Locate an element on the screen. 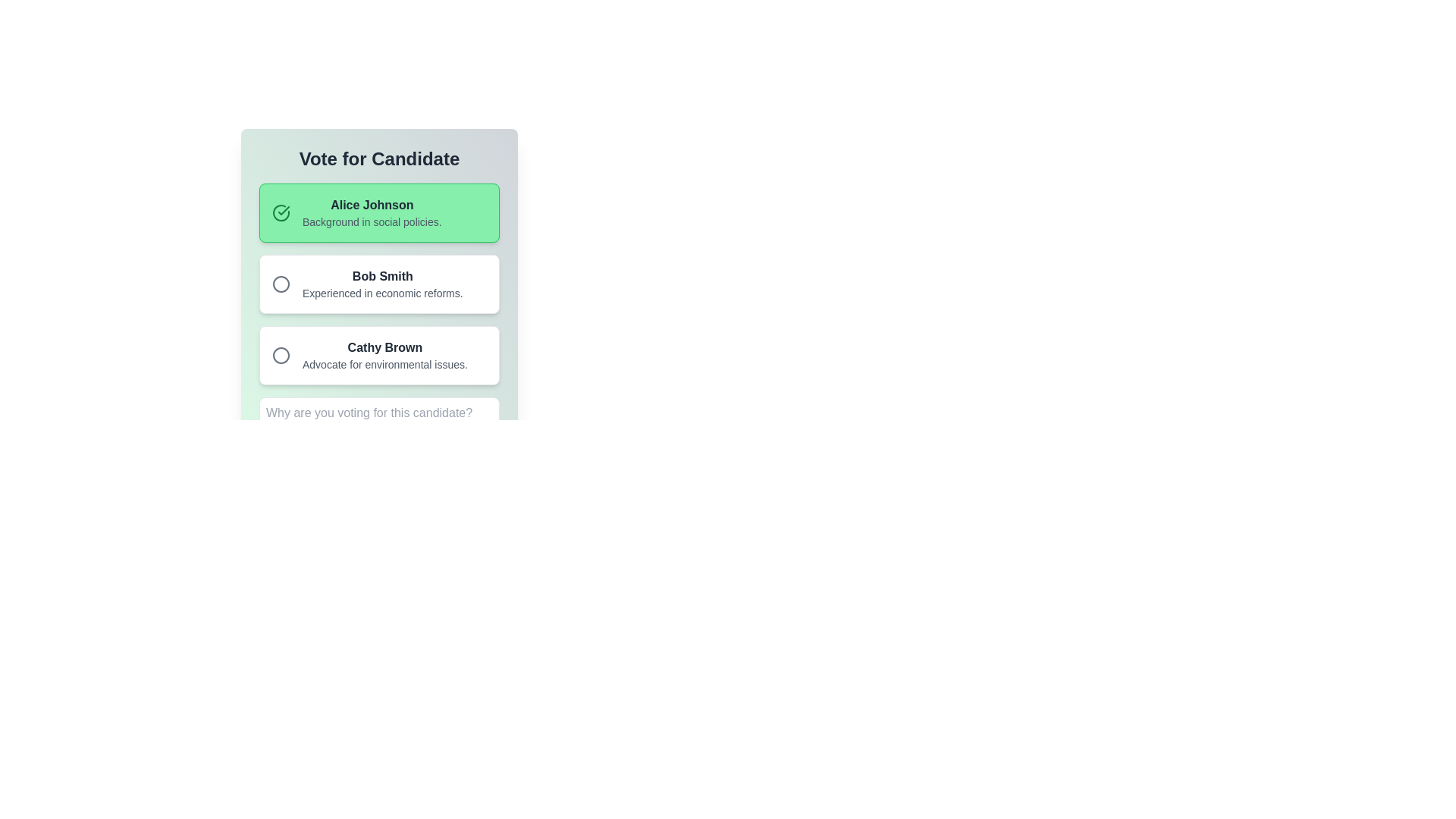 The width and height of the screenshot is (1456, 819). the second candidate's radio button card in the voting interface is located at coordinates (379, 265).